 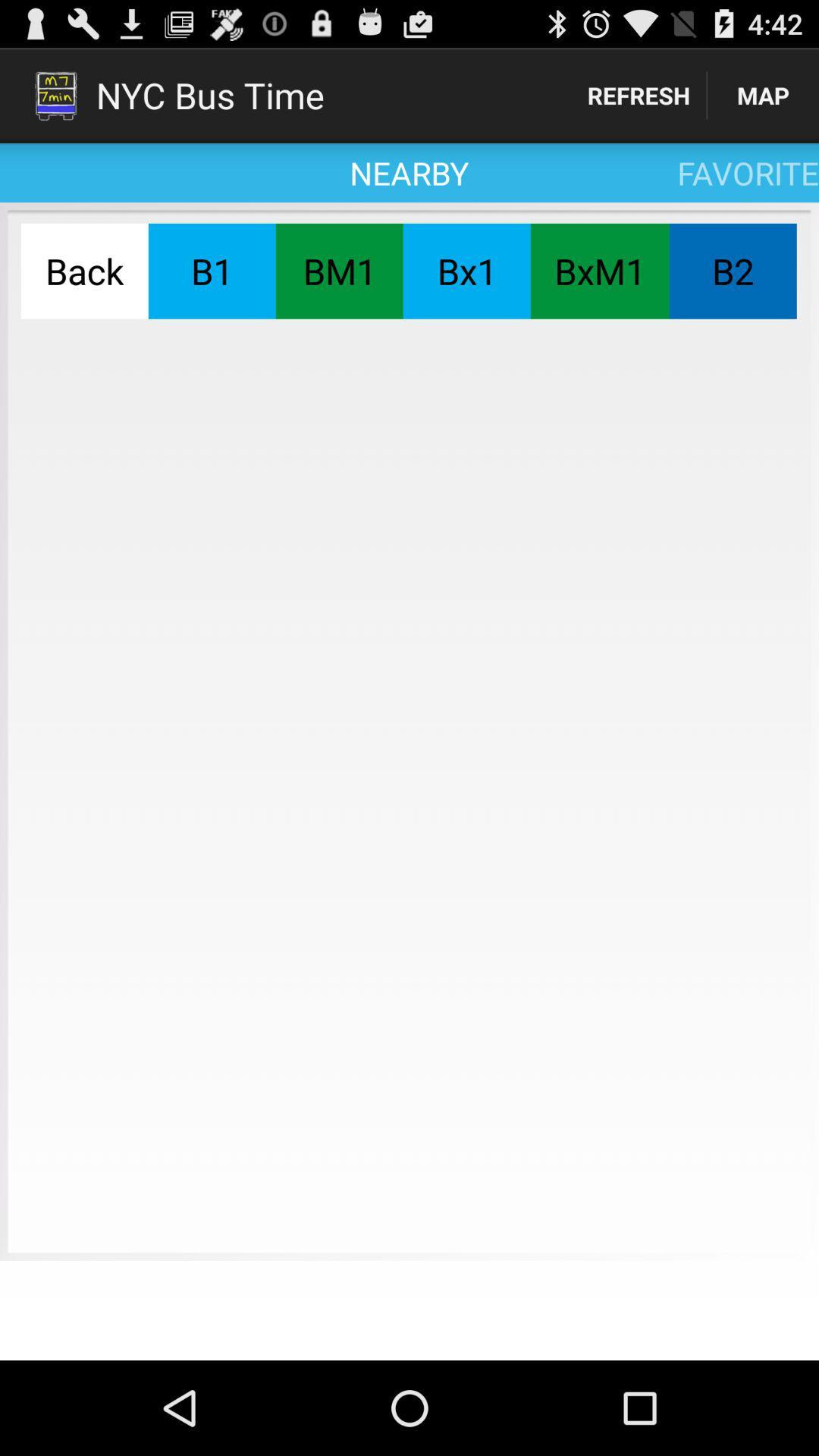 What do you see at coordinates (212, 271) in the screenshot?
I see `button next to bm1 item` at bounding box center [212, 271].